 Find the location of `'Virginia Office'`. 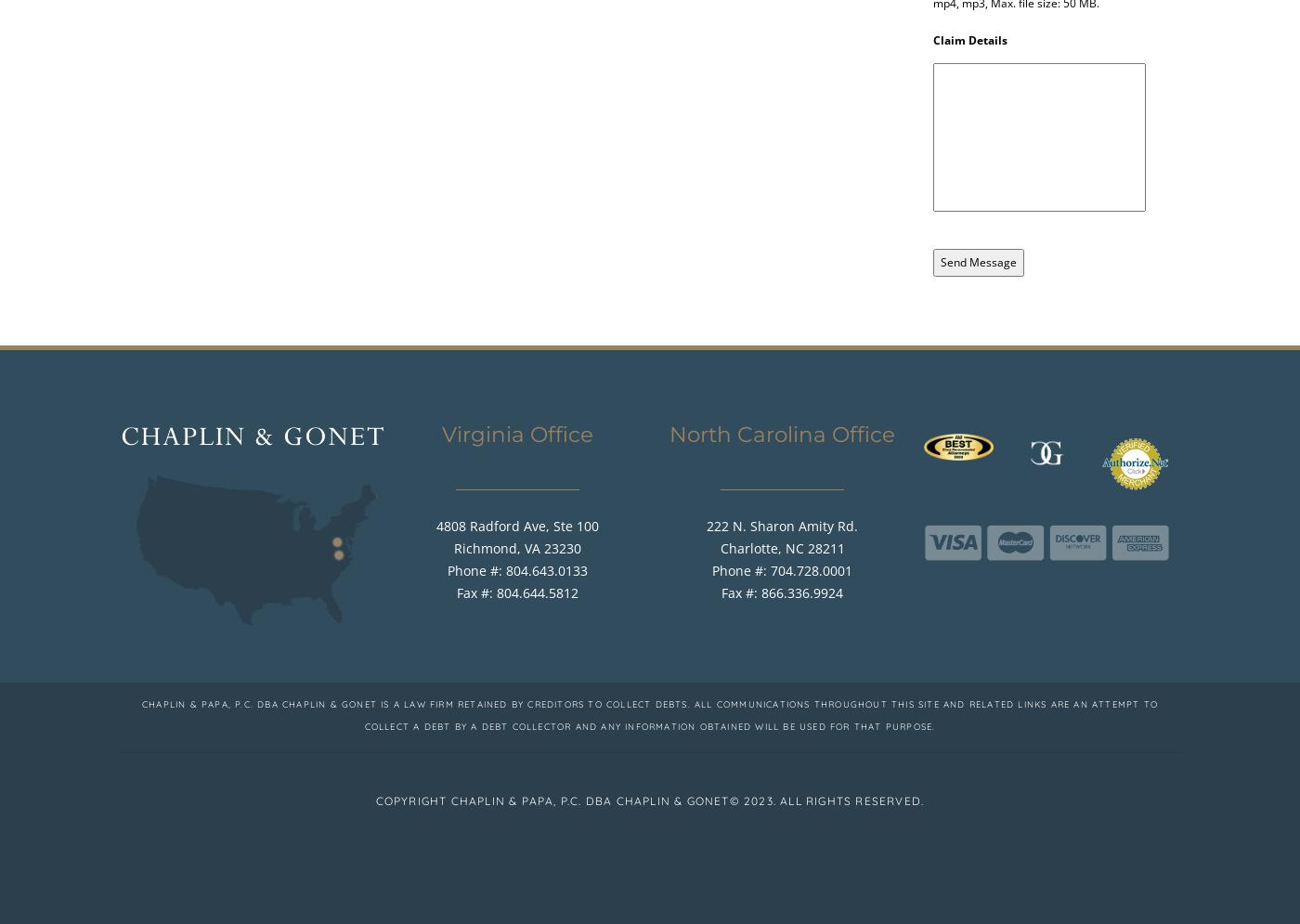

'Virginia Office' is located at coordinates (517, 433).